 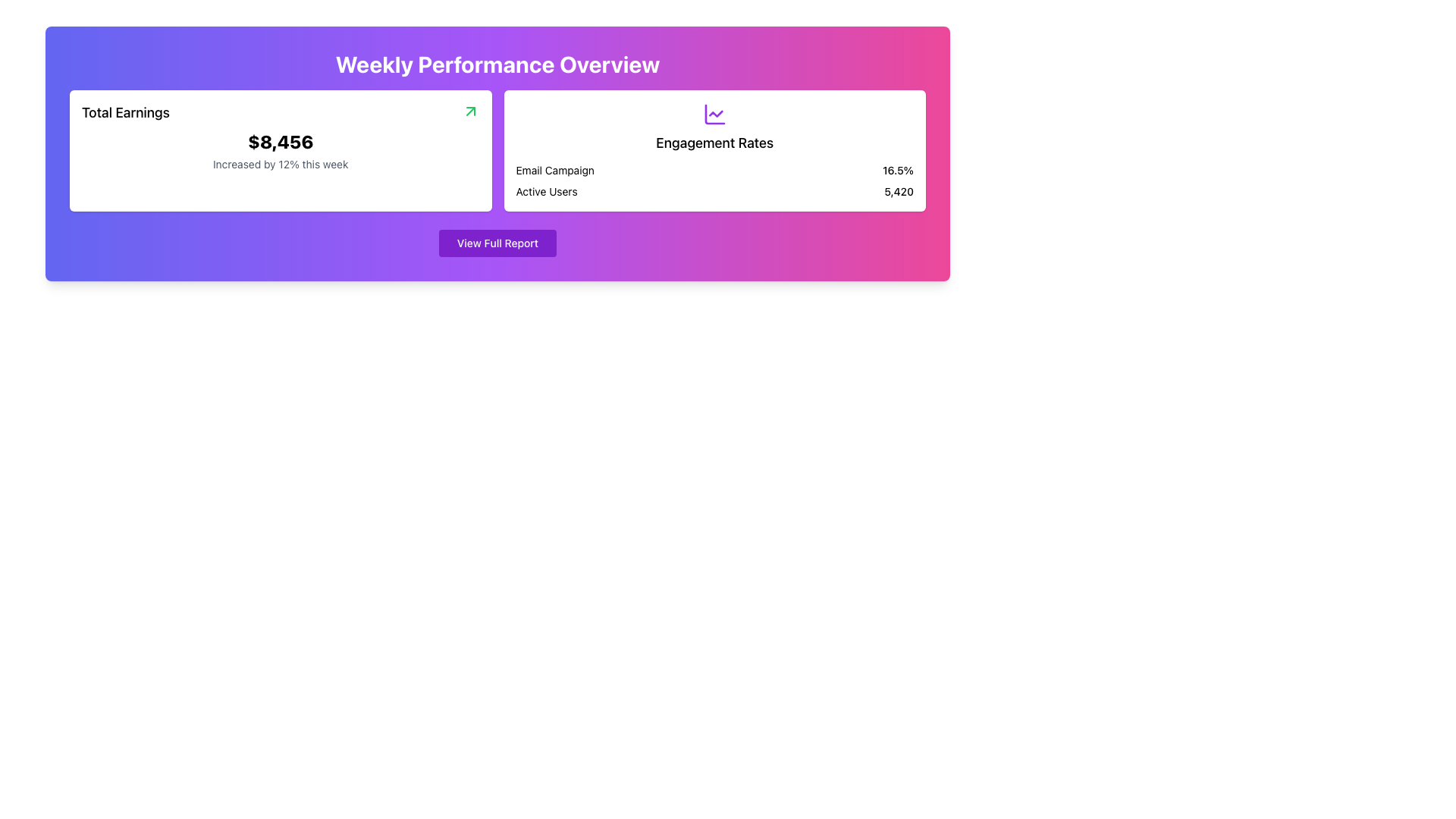 What do you see at coordinates (281, 164) in the screenshot?
I see `the non-interactive text element located beneath the '$8,456' text in the 'Total Earnings' card to enhance the user's understanding of the data presented` at bounding box center [281, 164].